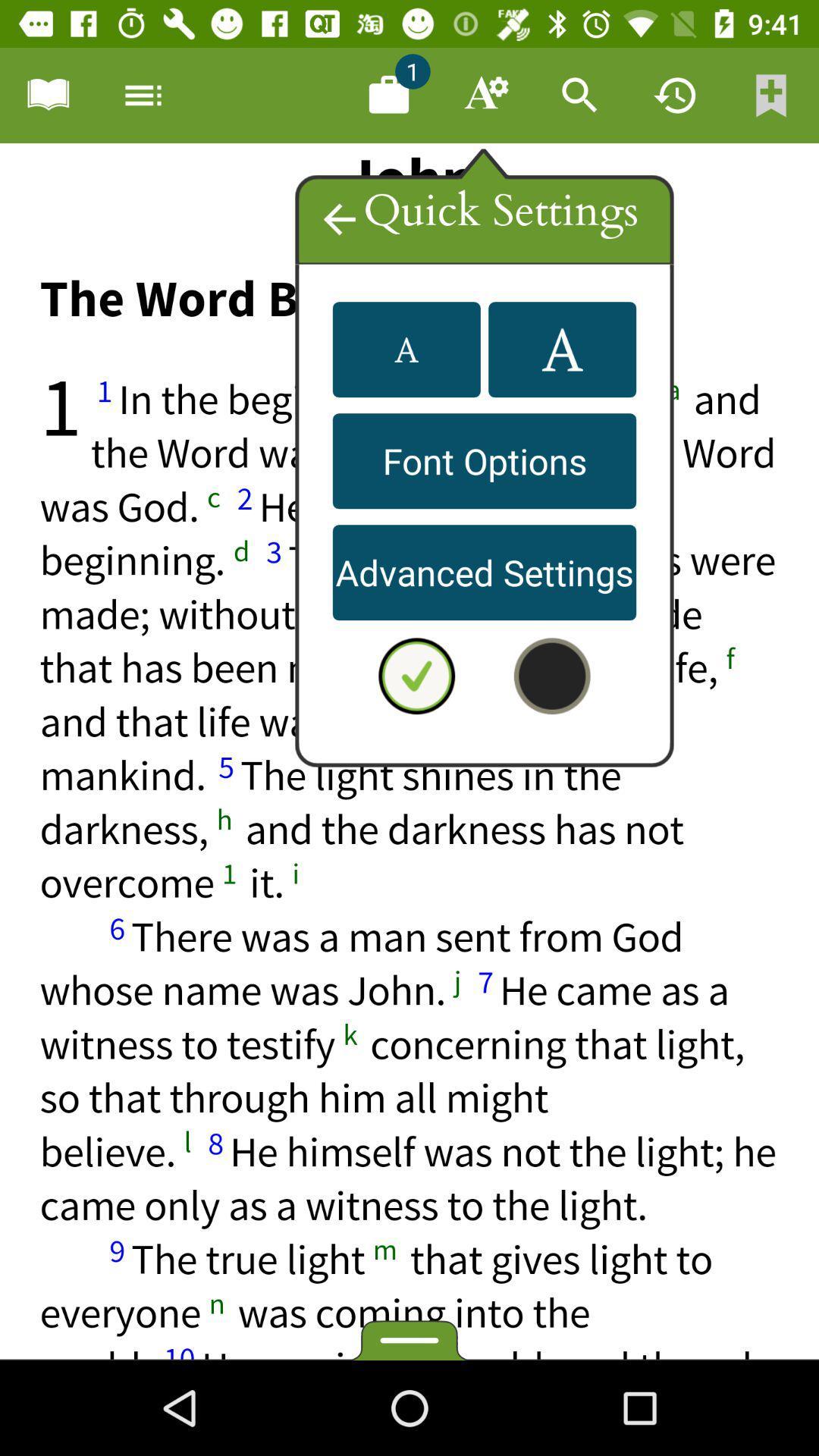  Describe the element at coordinates (388, 94) in the screenshot. I see `1 document available` at that location.